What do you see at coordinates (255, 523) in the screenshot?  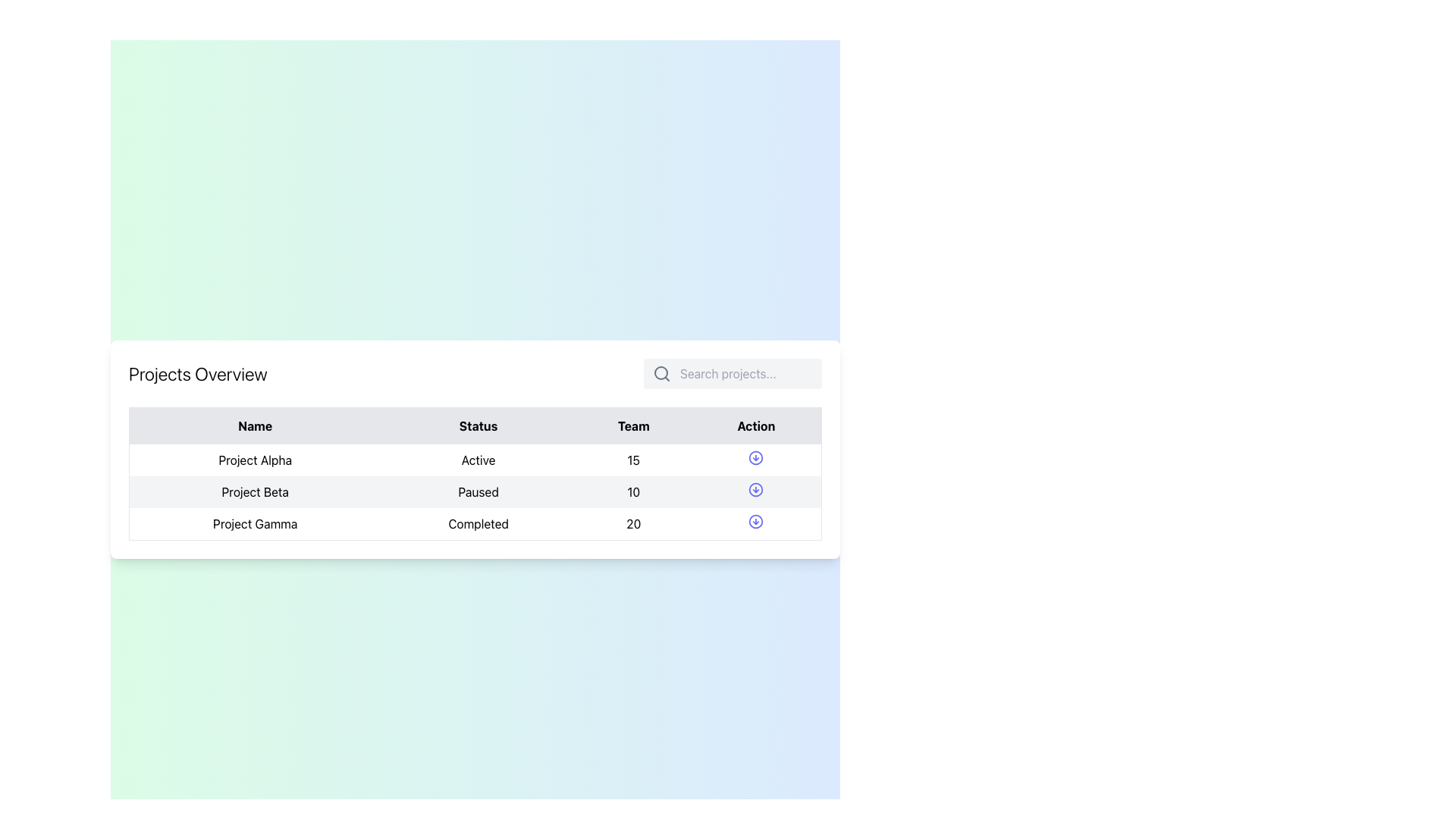 I see `the text label for 'Project Gamma' in the 'Name' column of the projects table` at bounding box center [255, 523].